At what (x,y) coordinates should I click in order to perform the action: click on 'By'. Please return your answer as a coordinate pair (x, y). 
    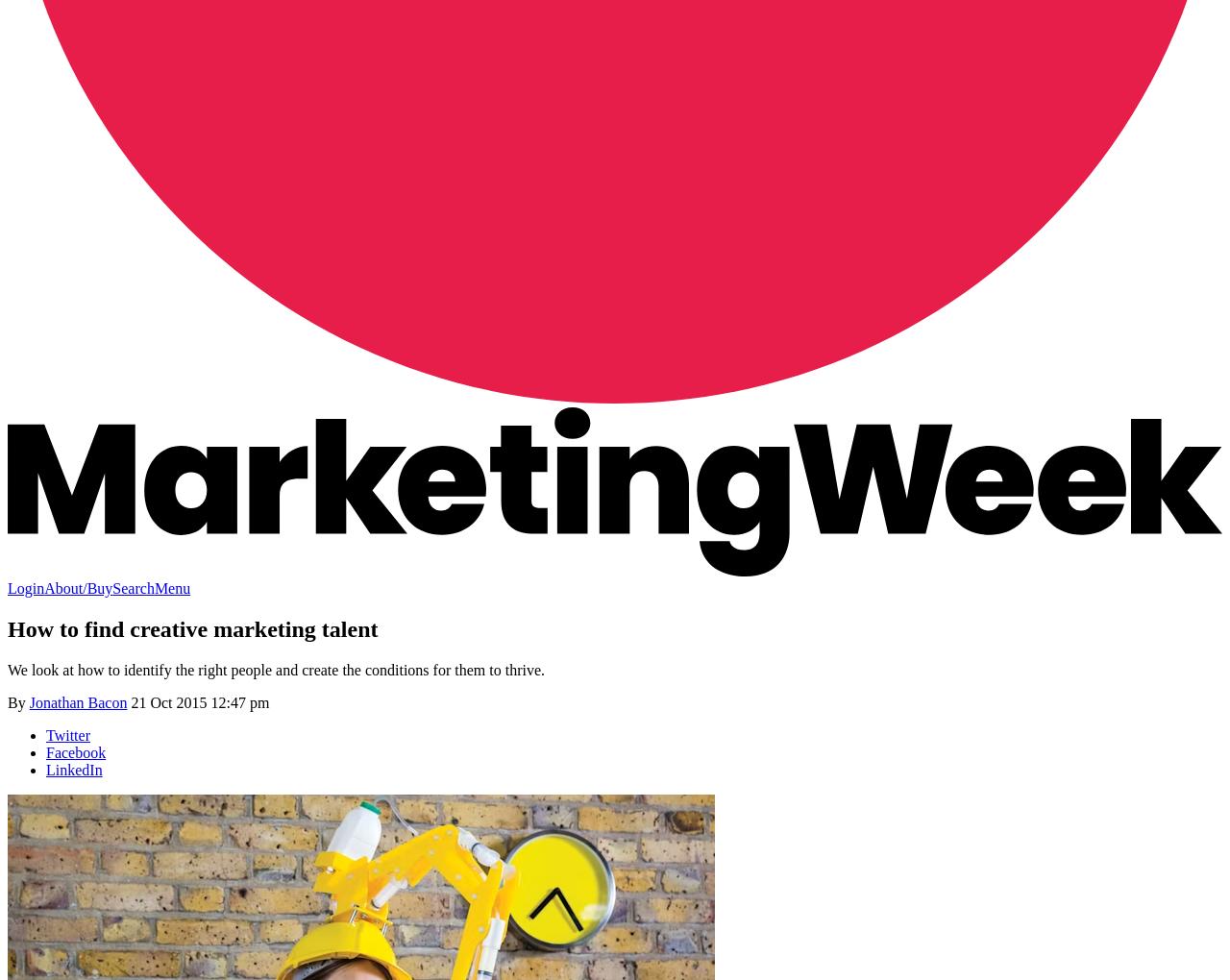
    Looking at the image, I should click on (17, 701).